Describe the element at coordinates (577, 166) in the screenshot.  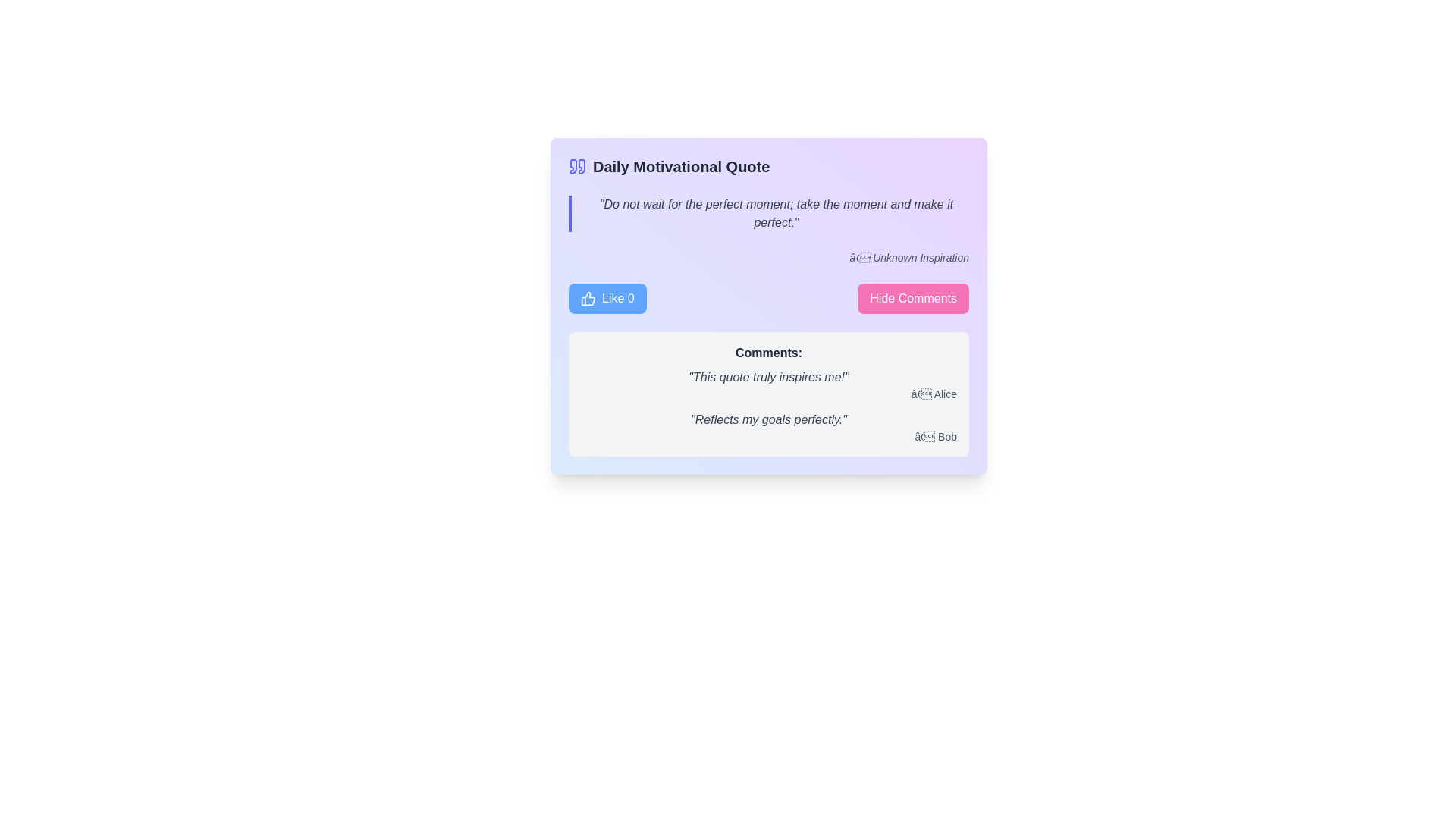
I see `the decorative icon representing the 'Daily Motivational Quote' in the header section, which is positioned to the left of the quote text` at that location.